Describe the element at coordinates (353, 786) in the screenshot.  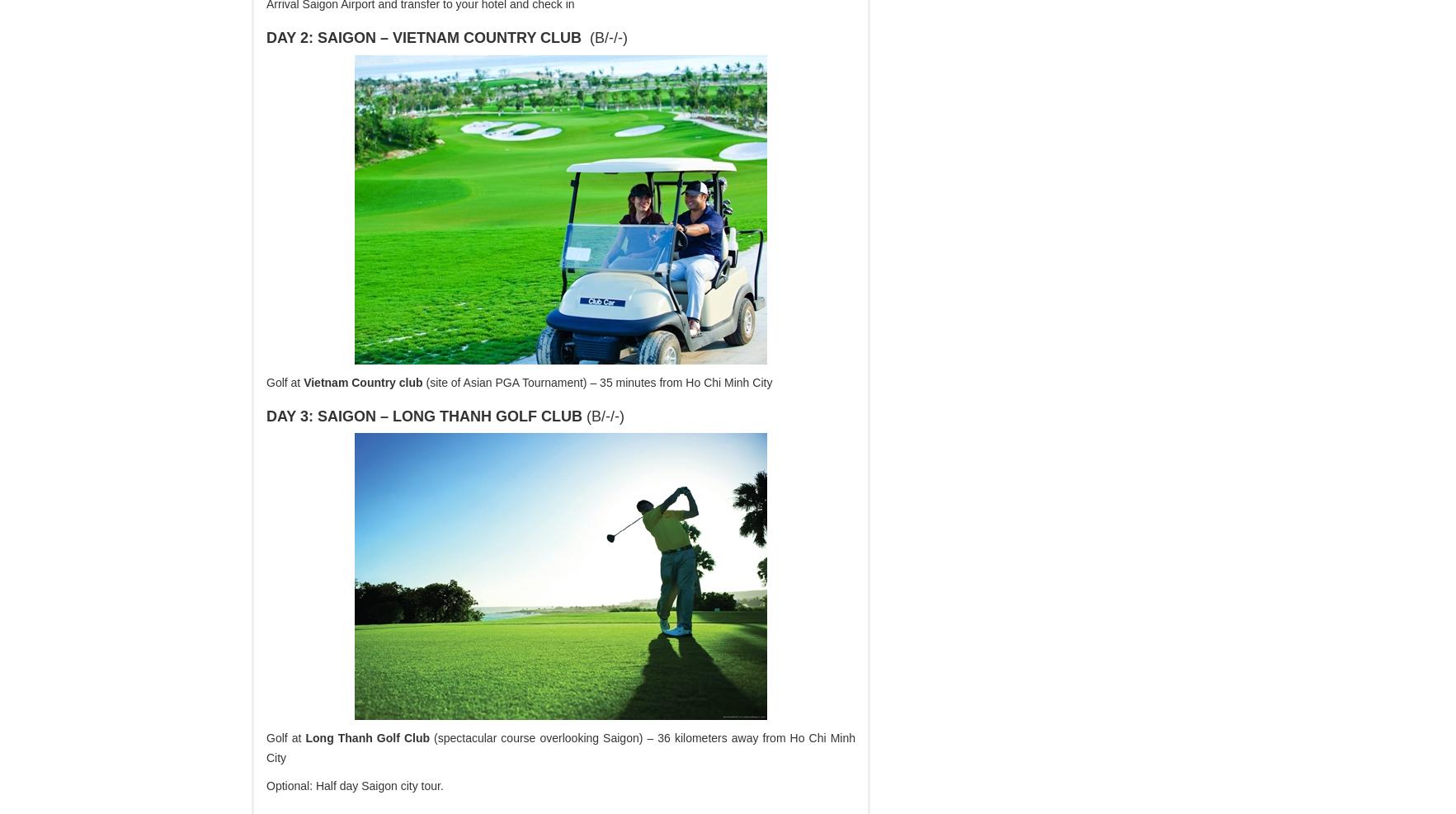
I see `'Optional: Half day Saigon city tour.'` at that location.